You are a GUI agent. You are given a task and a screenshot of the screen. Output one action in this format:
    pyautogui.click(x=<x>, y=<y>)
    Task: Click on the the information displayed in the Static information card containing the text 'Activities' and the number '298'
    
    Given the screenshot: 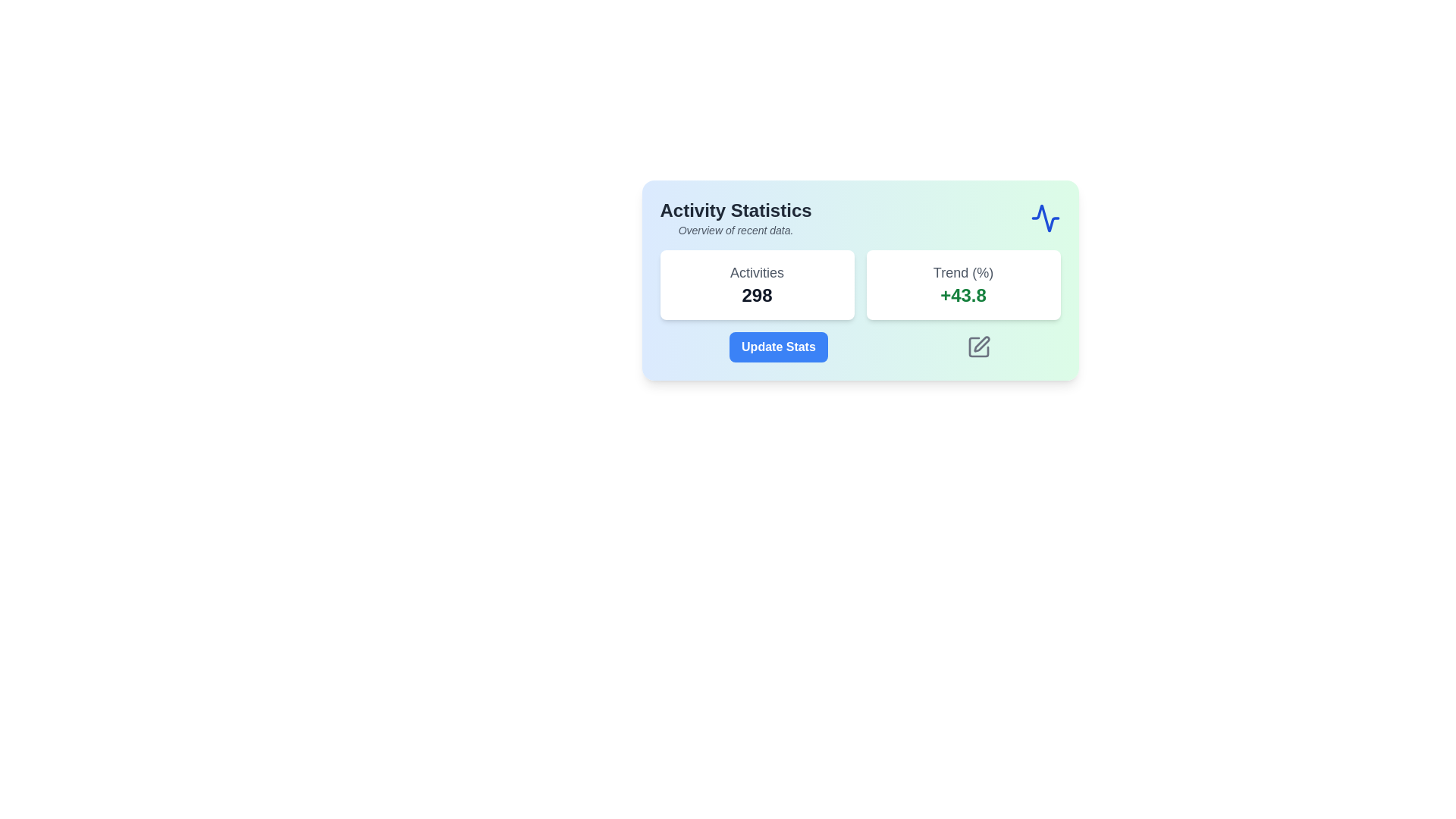 What is the action you would take?
    pyautogui.click(x=757, y=284)
    